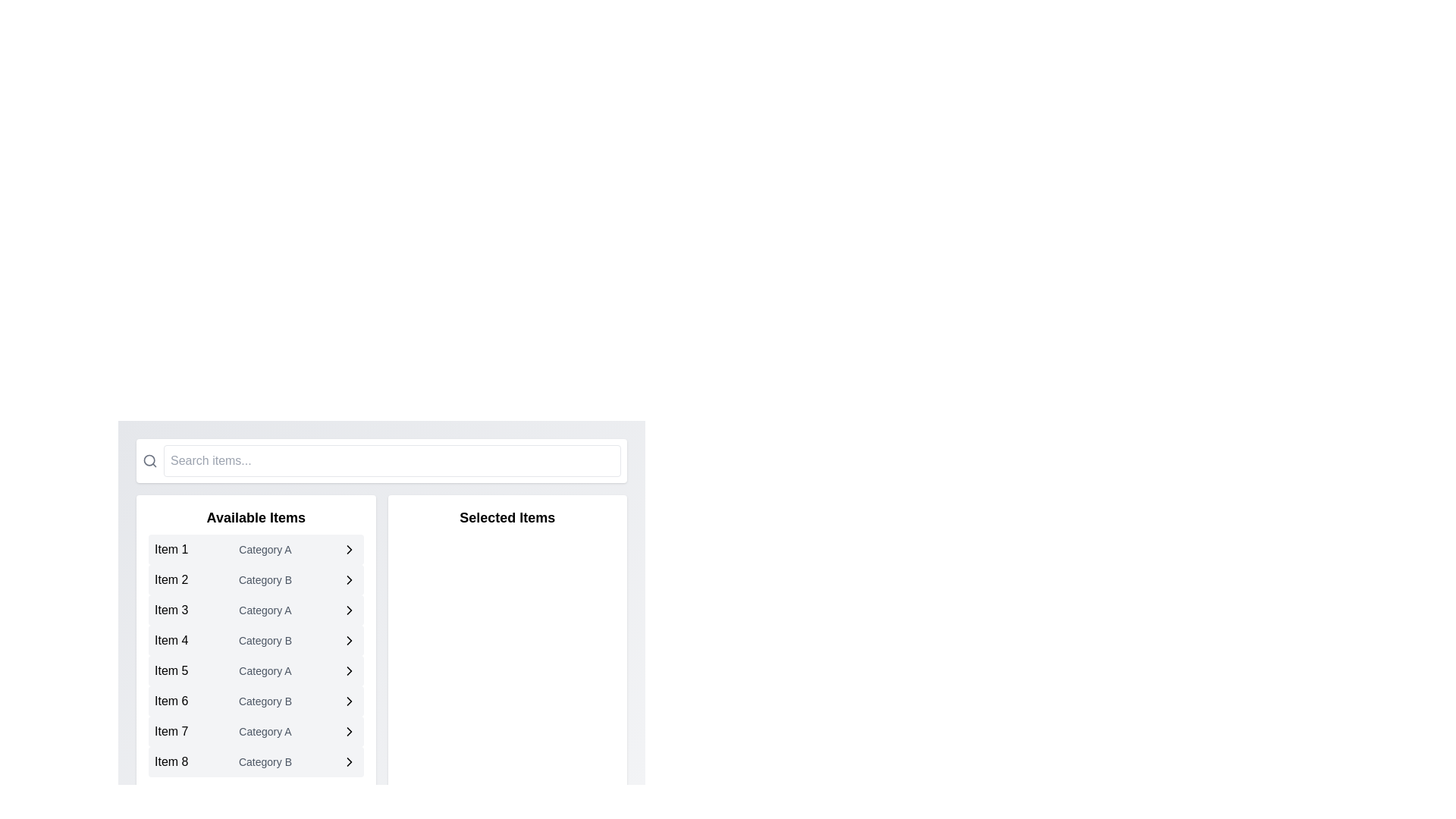 The image size is (1456, 819). I want to click on static text label that serves as a descriptor for a selectable item in the 'Available Items' section, positioned as the sixth item in the vertical list on the left-hand side of the interface, so click(171, 701).